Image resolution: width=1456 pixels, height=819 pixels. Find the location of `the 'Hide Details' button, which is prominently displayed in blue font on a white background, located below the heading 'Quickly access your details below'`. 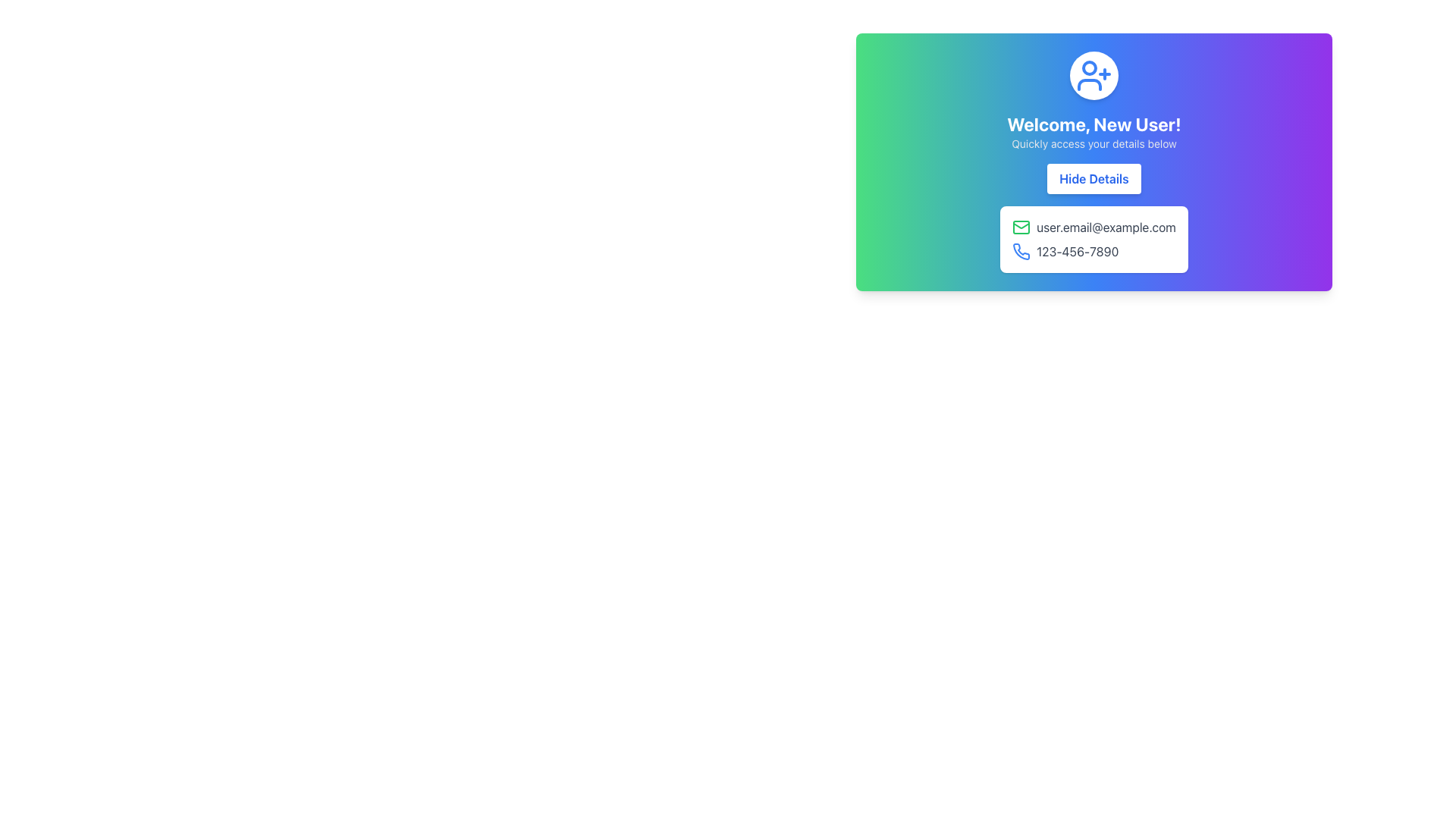

the 'Hide Details' button, which is prominently displayed in blue font on a white background, located below the heading 'Quickly access your details below' is located at coordinates (1094, 177).